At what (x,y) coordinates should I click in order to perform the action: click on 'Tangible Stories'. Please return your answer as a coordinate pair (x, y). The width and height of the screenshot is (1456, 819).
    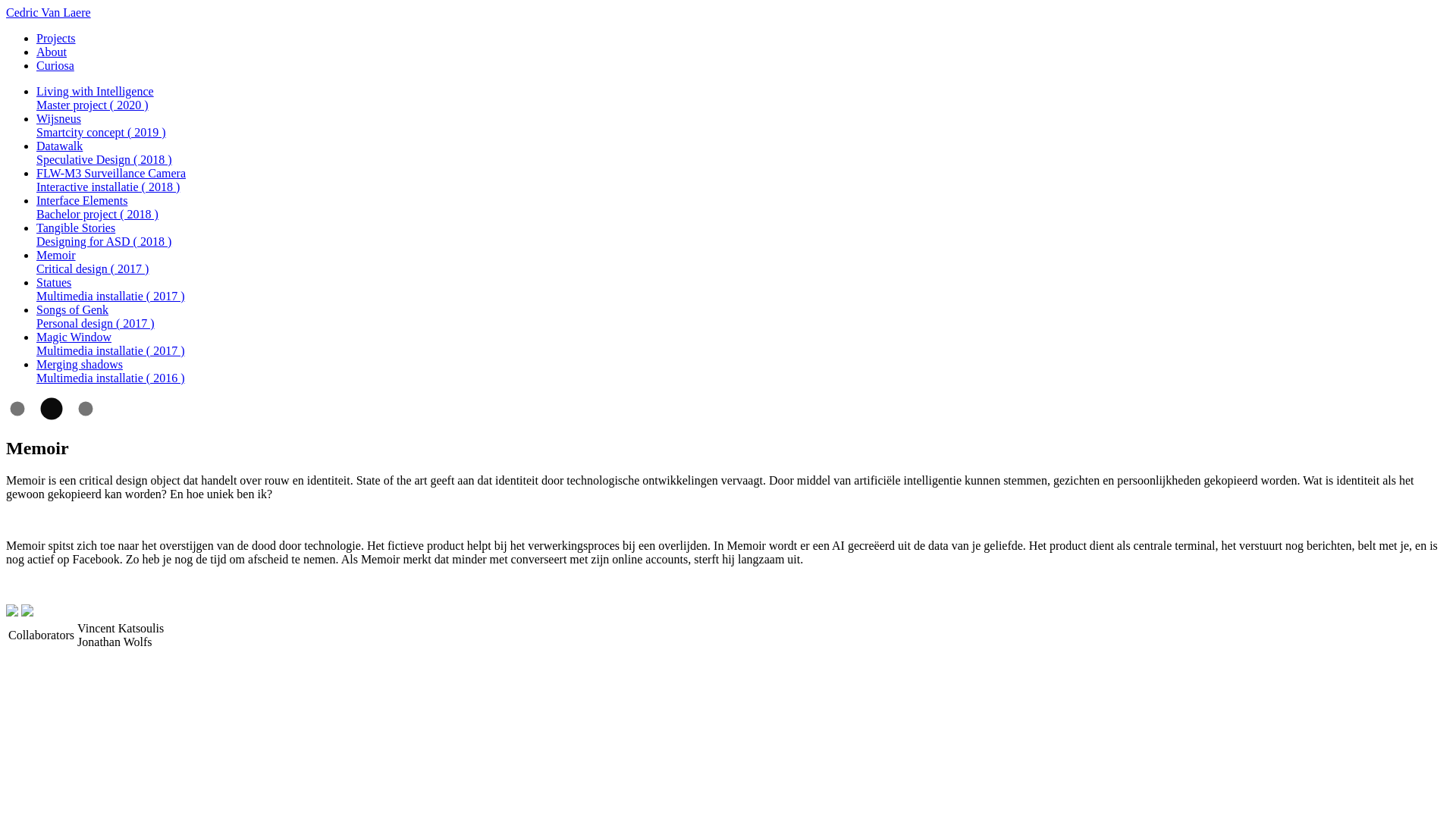
    Looking at the image, I should click on (75, 227).